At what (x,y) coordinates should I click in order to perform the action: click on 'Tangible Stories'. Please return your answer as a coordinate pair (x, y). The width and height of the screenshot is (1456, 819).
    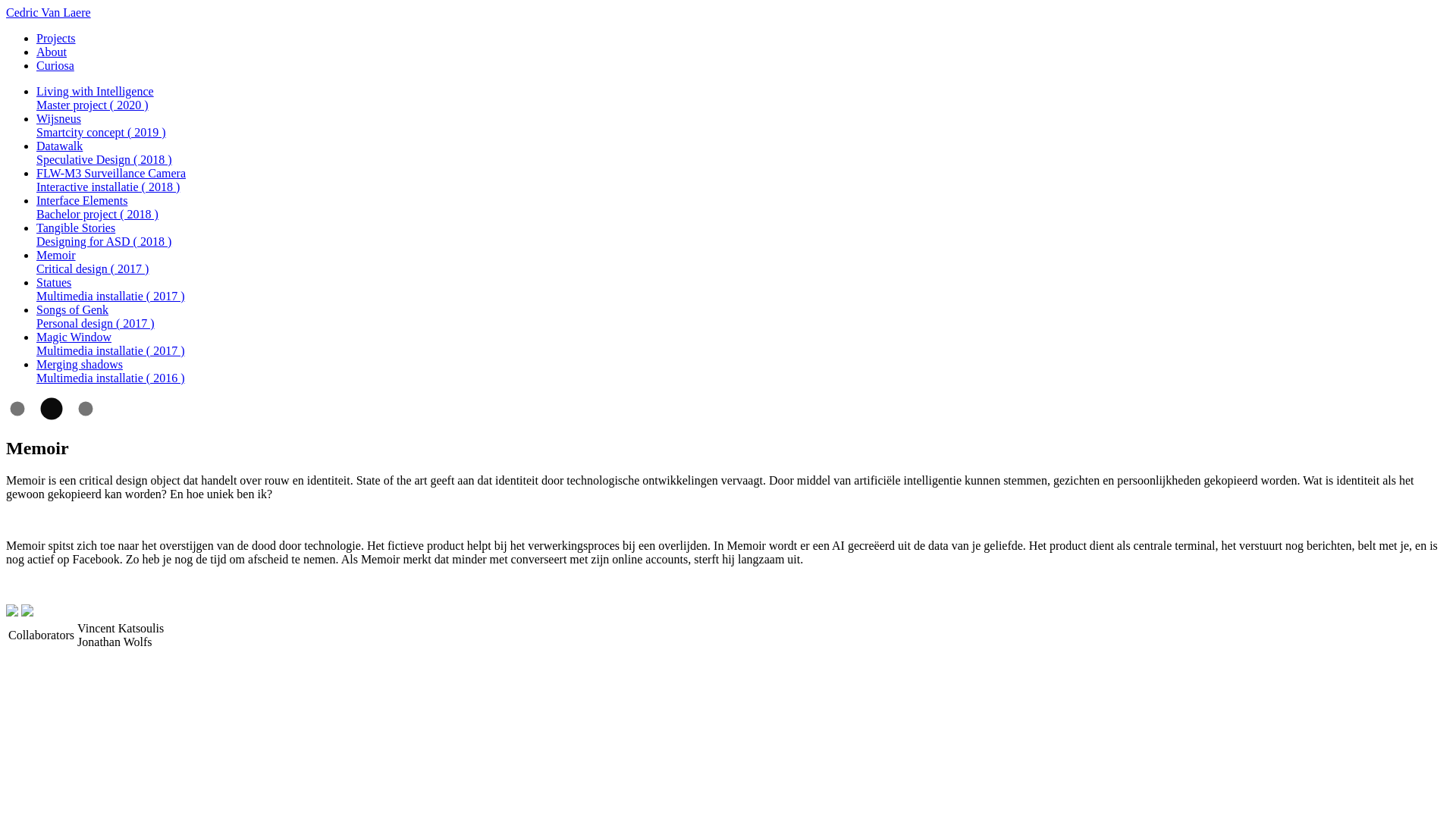
    Looking at the image, I should click on (75, 227).